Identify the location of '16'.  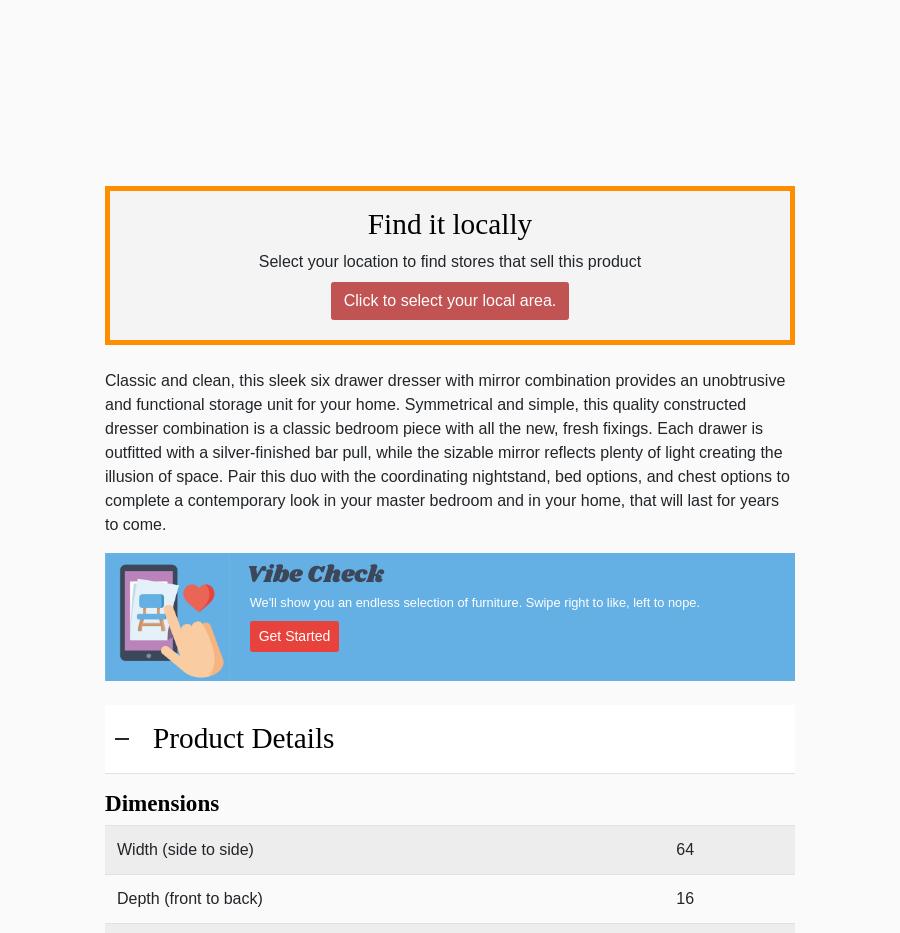
(675, 898).